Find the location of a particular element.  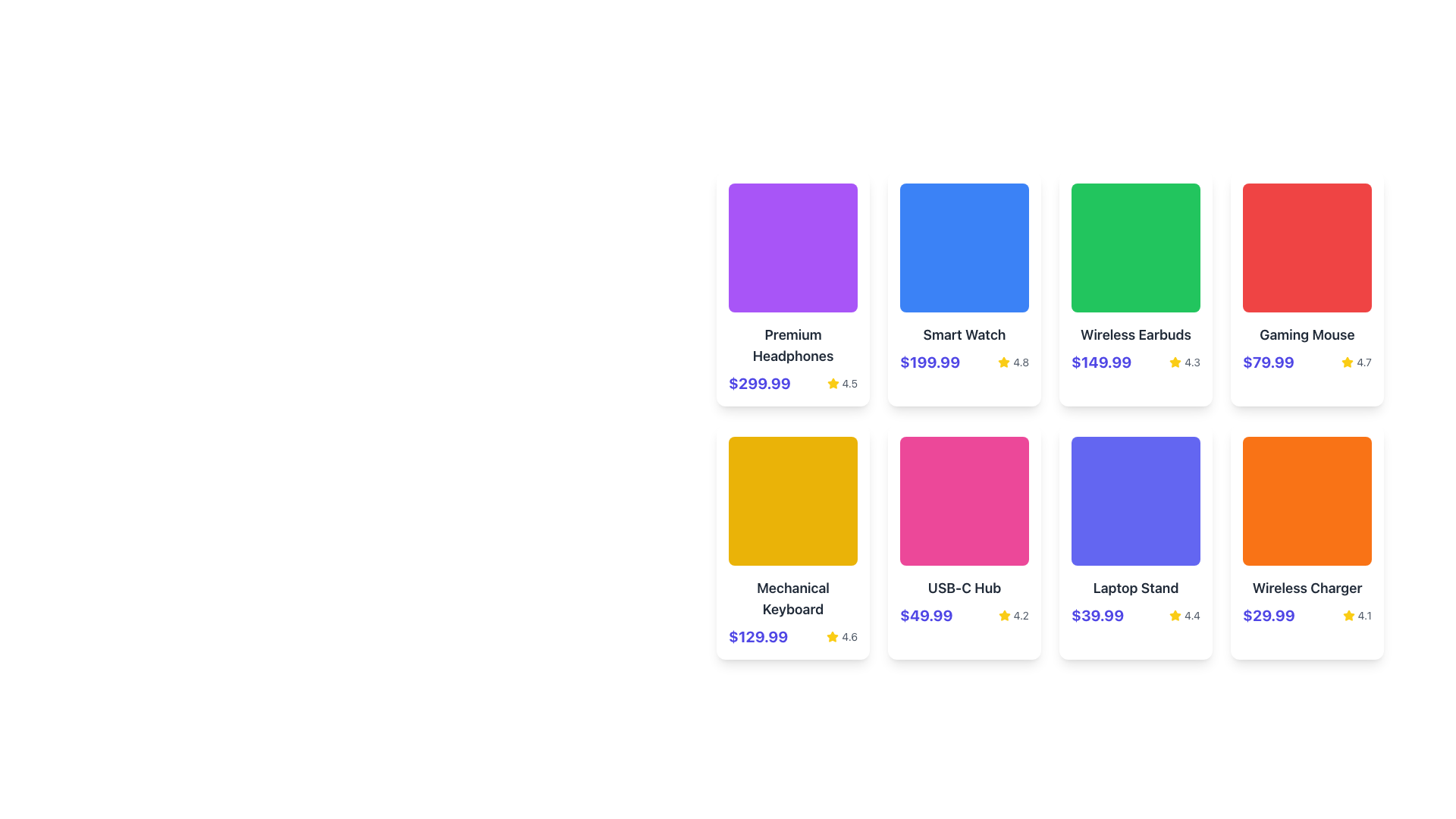

the numeric text value '4.5' displayed in a small, gray-colored font next to the star icon in the ratings component, located in the bottom-right area of the card component is located at coordinates (849, 382).